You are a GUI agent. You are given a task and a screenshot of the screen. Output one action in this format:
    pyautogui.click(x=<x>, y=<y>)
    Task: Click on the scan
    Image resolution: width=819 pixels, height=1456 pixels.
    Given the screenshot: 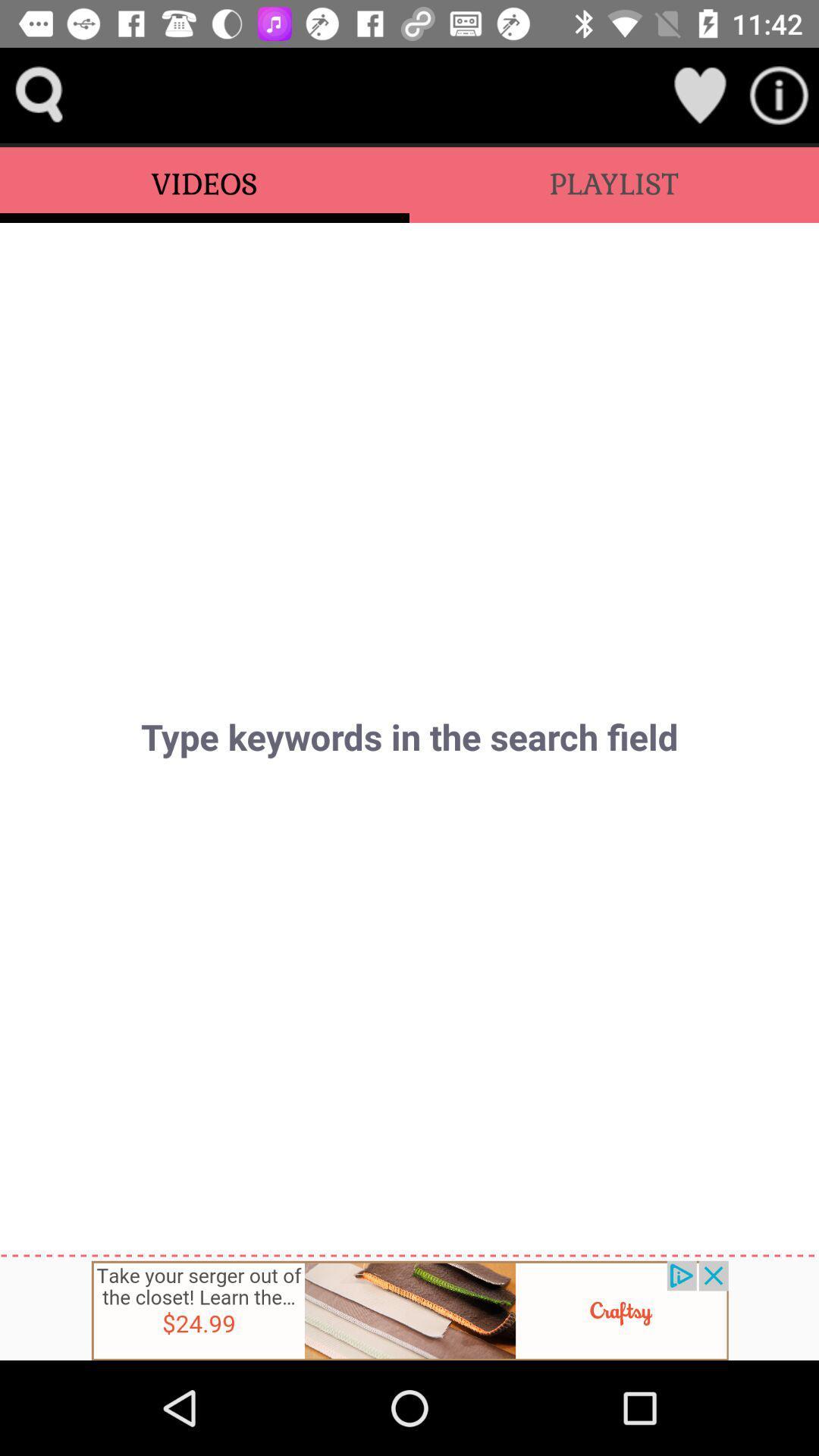 What is the action you would take?
    pyautogui.click(x=779, y=94)
    